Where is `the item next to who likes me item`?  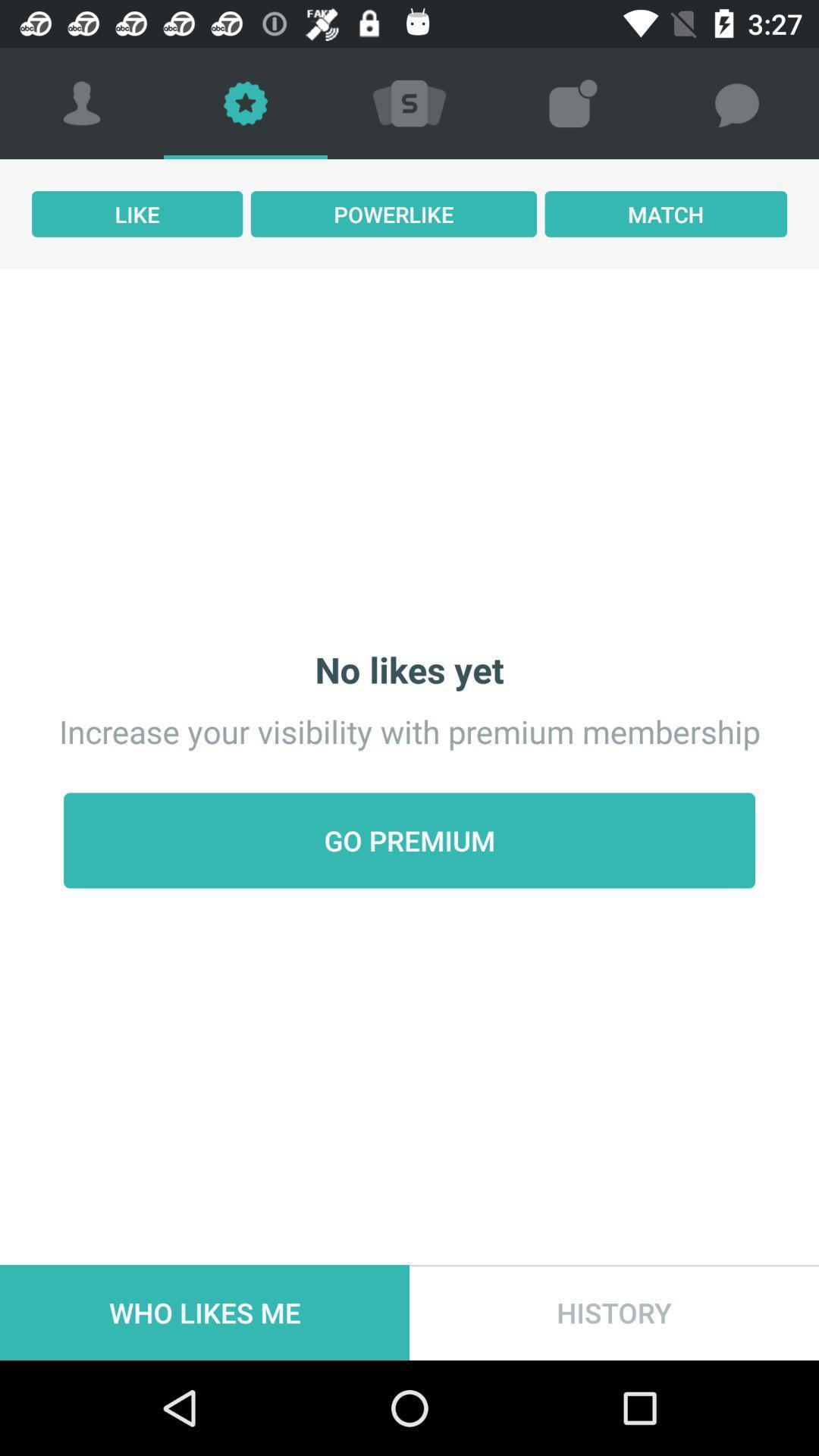
the item next to who likes me item is located at coordinates (614, 1312).